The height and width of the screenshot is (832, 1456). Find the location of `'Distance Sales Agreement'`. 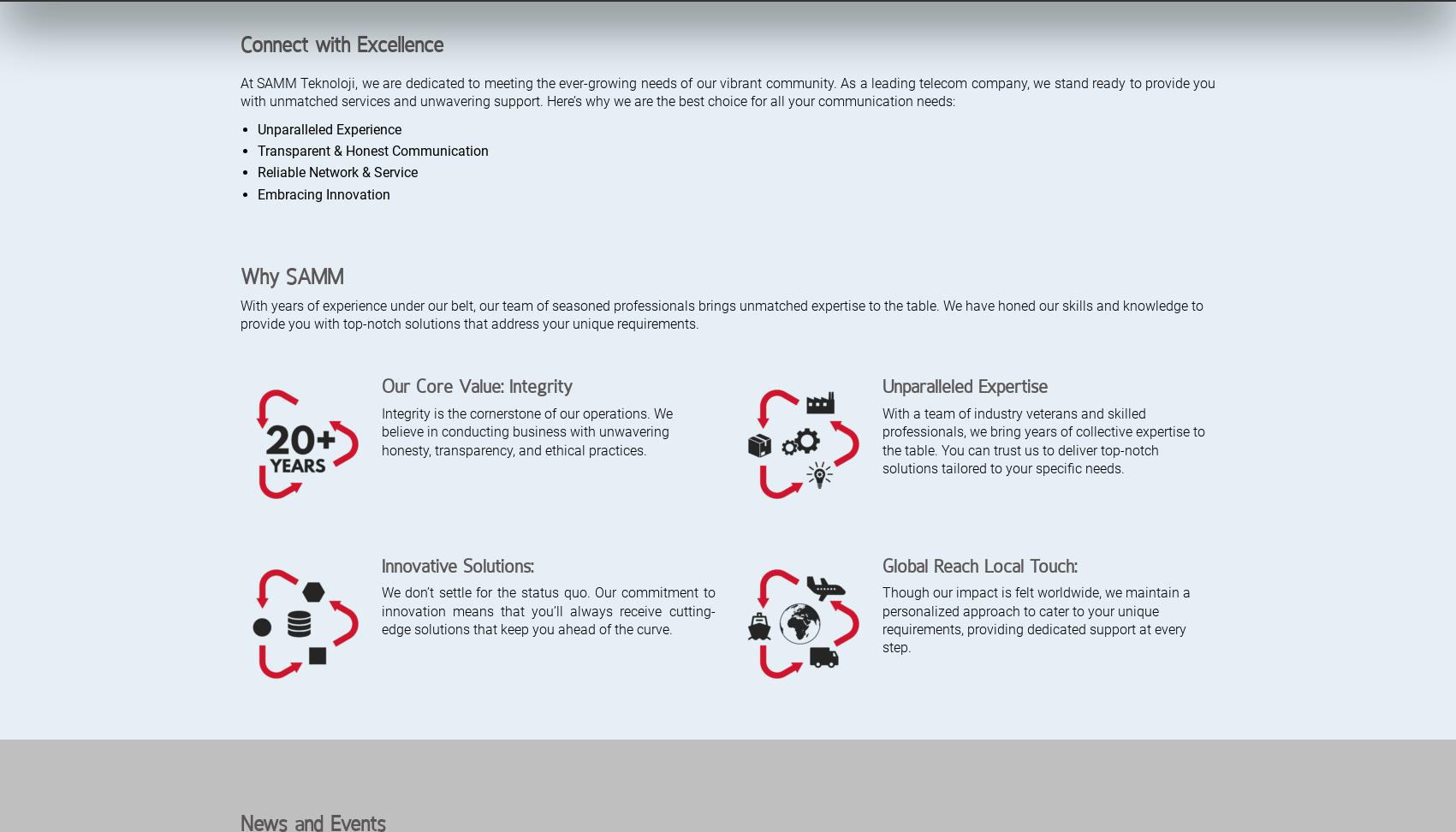

'Distance Sales Agreement' is located at coordinates (886, 718).